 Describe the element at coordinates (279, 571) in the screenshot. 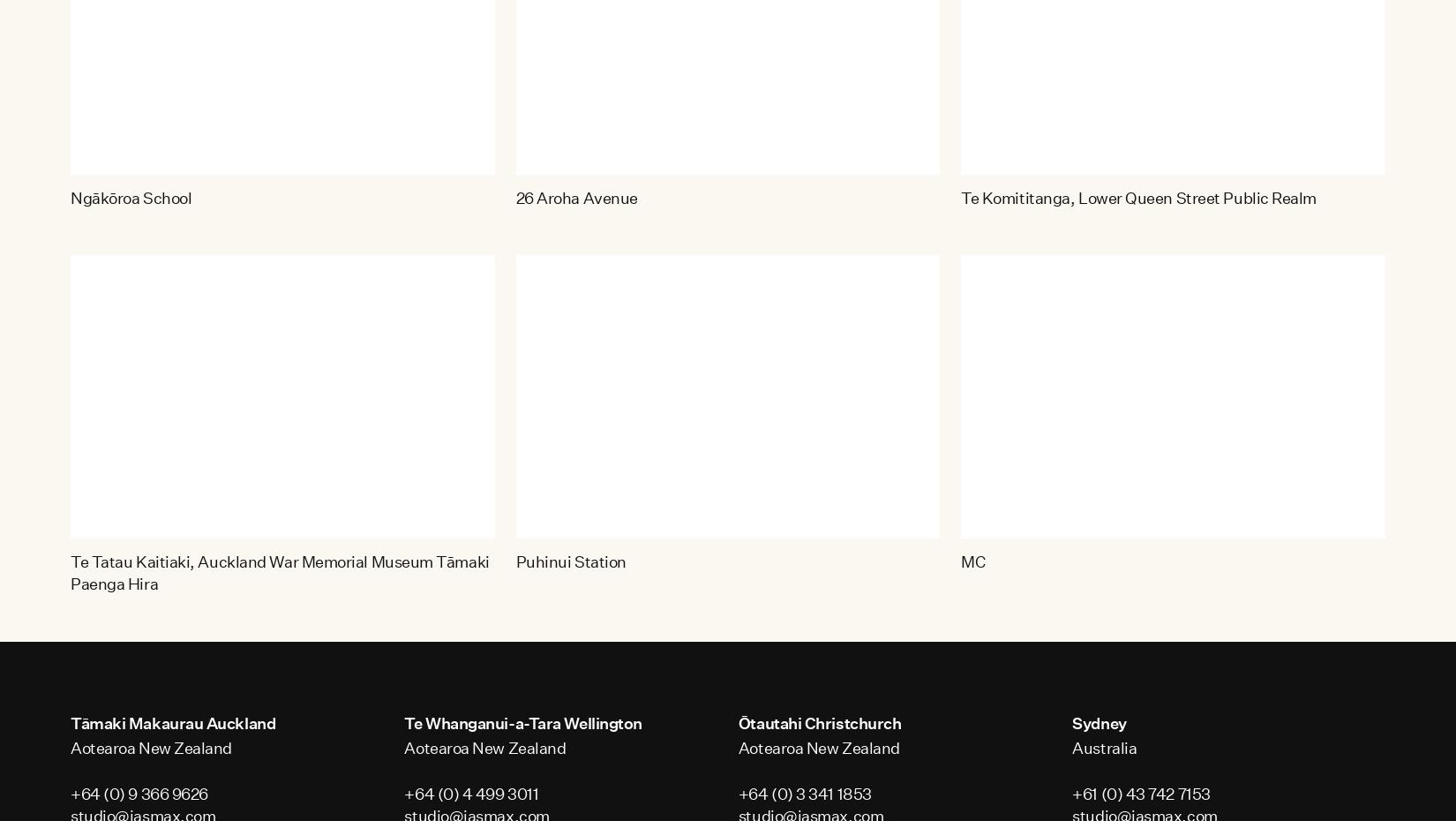

I see `'Te Tatau Kaitiaki, Auckland War Memorial Museum Tāmaki Paenga Hira'` at that location.